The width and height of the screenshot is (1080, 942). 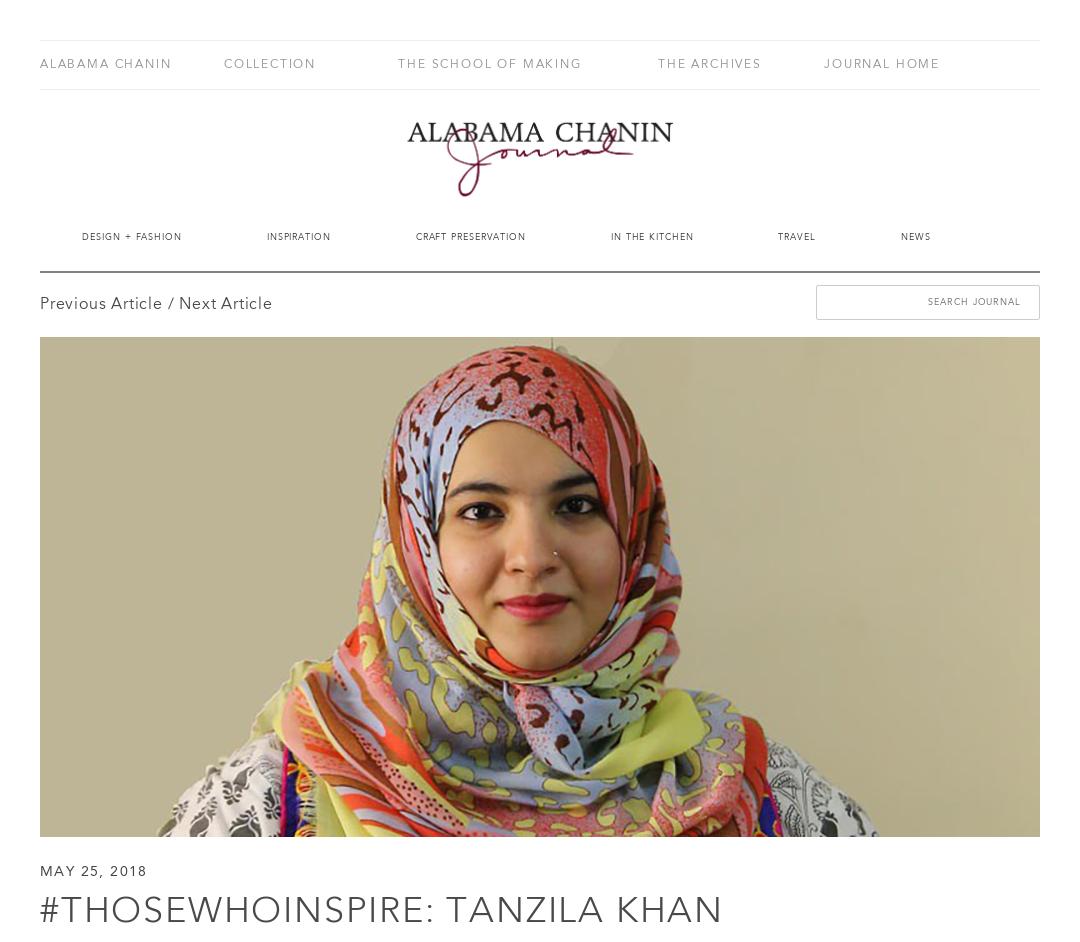 What do you see at coordinates (105, 63) in the screenshot?
I see `'ALABAMA CHANIN'` at bounding box center [105, 63].